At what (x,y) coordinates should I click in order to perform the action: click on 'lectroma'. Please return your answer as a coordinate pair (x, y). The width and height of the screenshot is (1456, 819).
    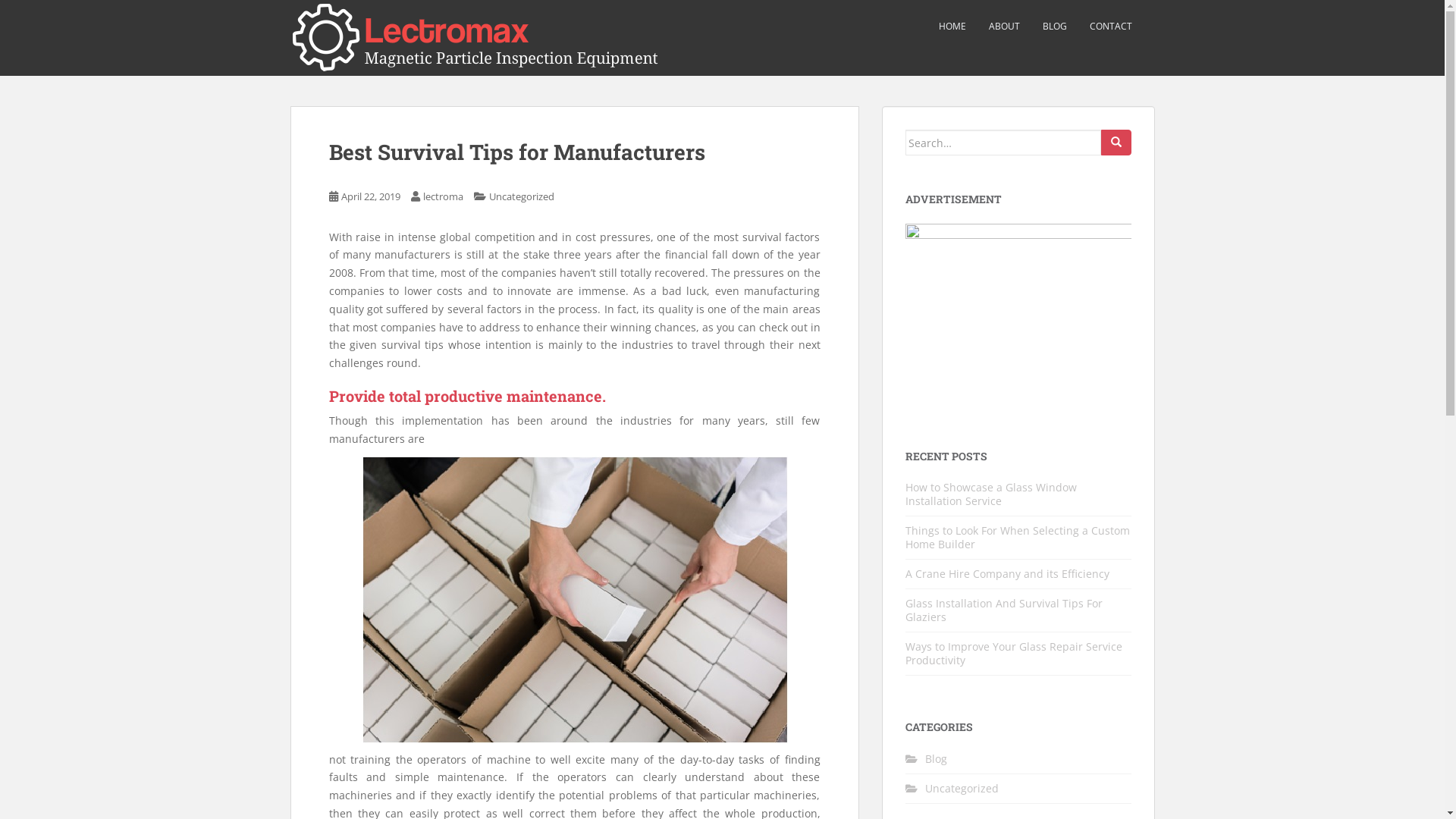
    Looking at the image, I should click on (442, 195).